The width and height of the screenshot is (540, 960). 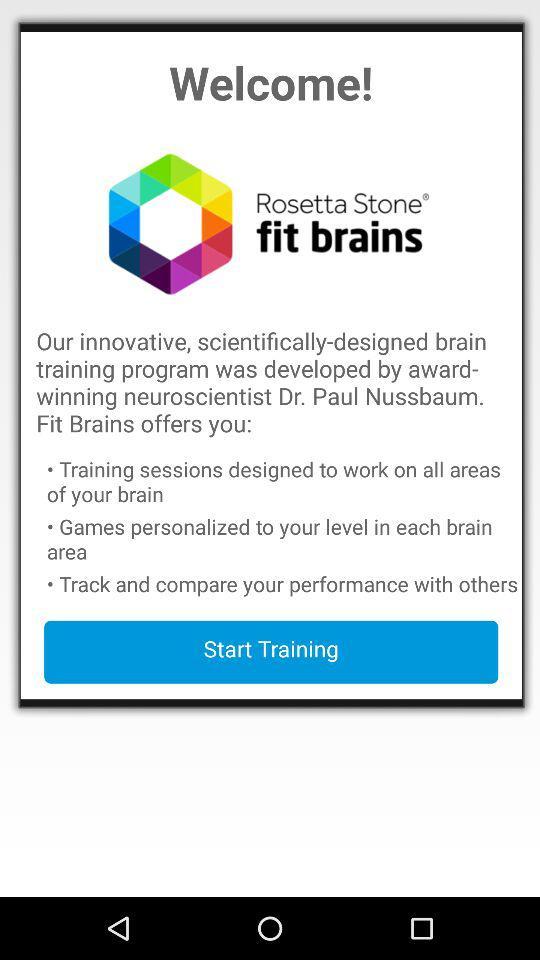 What do you see at coordinates (270, 651) in the screenshot?
I see `app below track and compare` at bounding box center [270, 651].